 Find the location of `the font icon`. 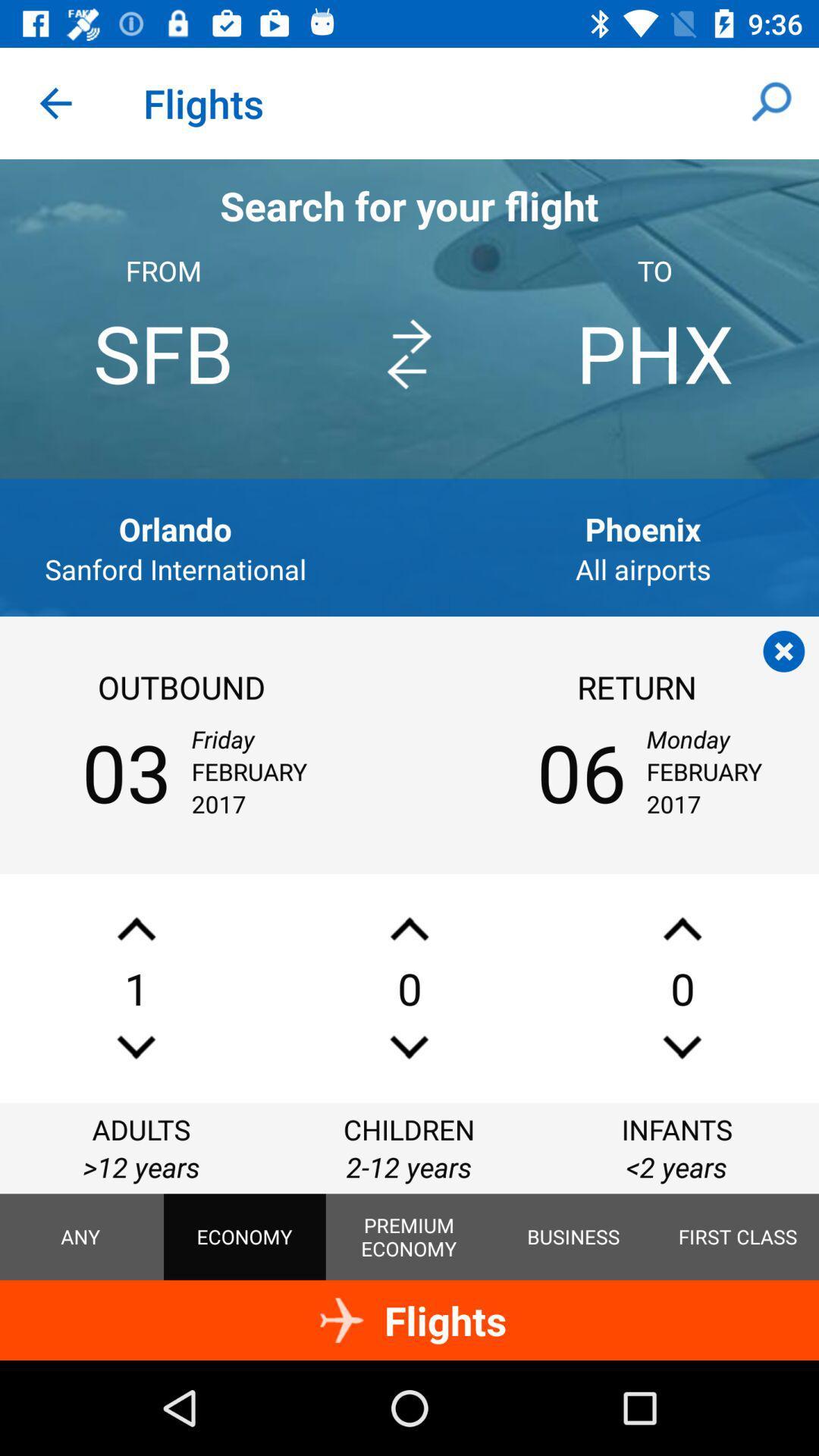

the font icon is located at coordinates (409, 928).